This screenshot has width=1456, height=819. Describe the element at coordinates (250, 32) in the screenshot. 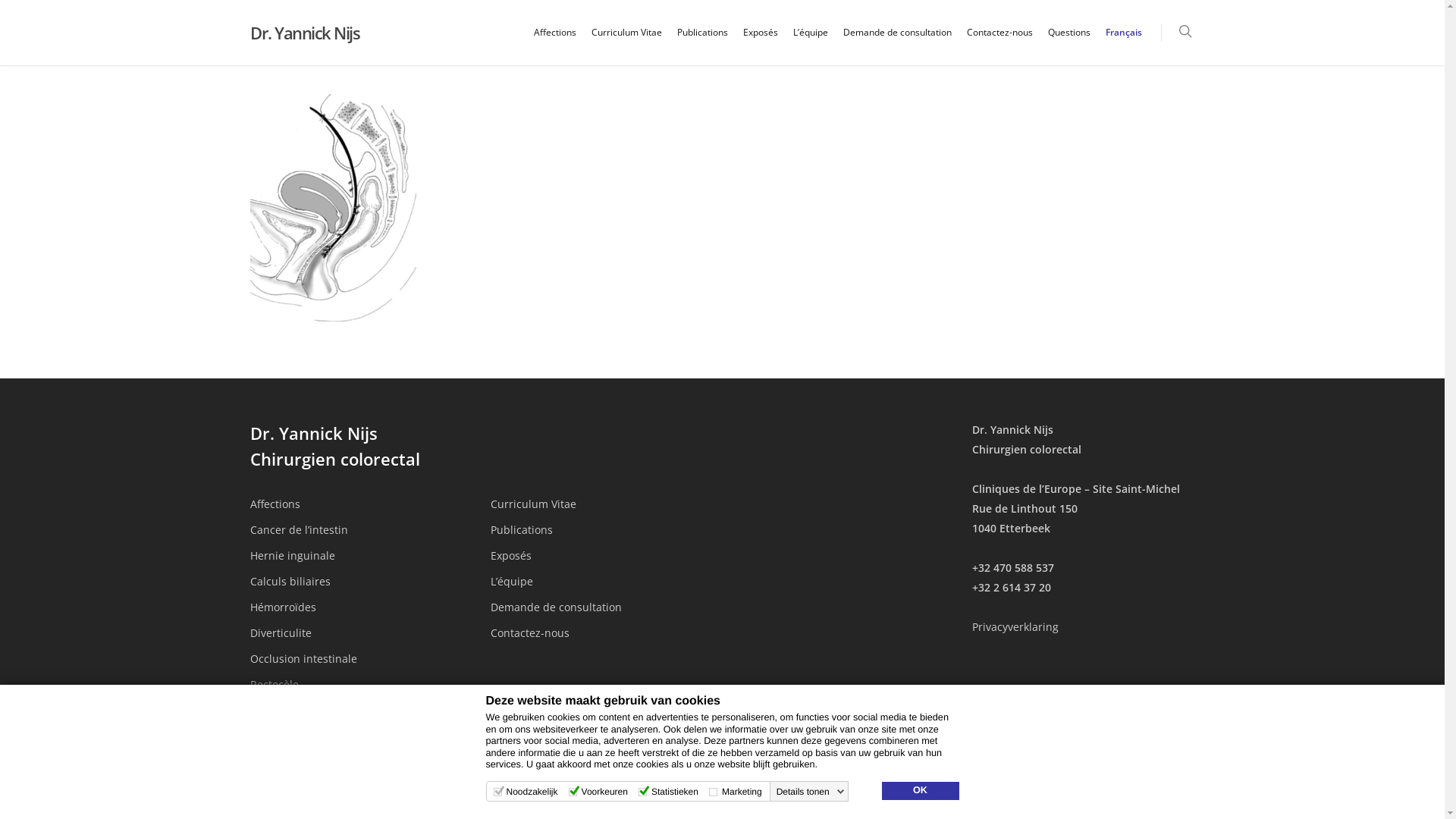

I see `'Dr. Yannick Nijs'` at that location.